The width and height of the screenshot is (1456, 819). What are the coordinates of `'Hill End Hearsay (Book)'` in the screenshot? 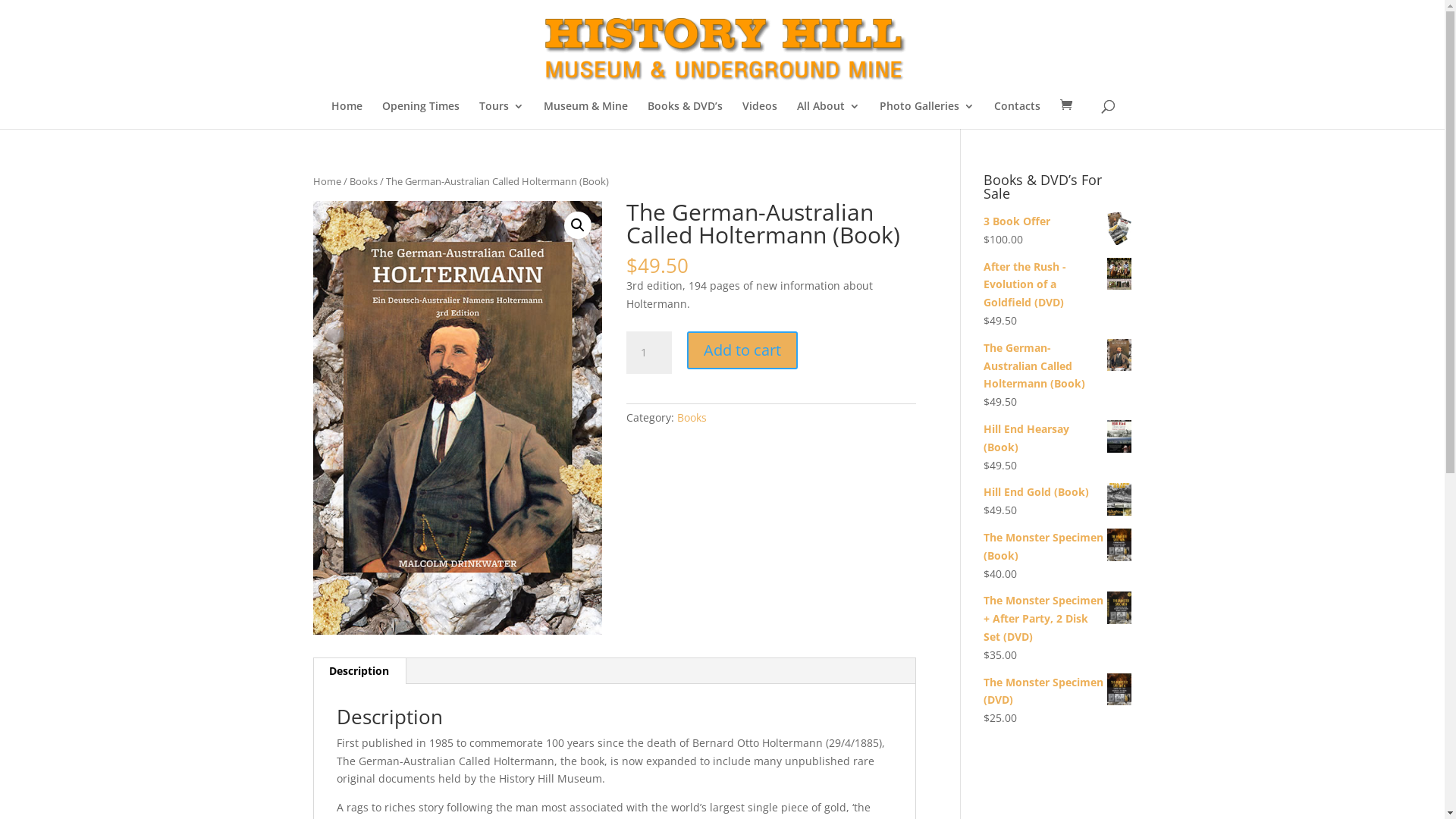 It's located at (1056, 438).